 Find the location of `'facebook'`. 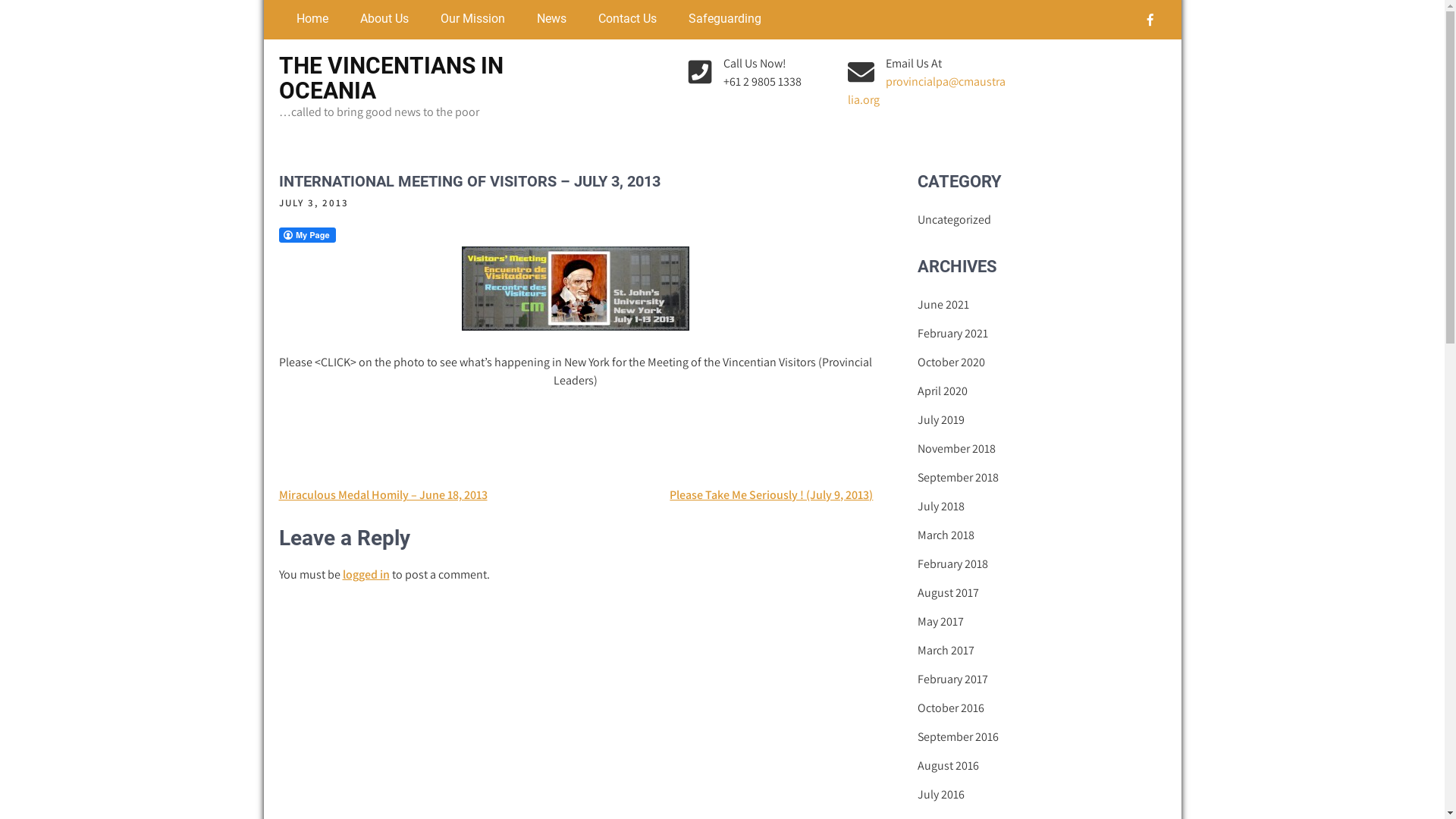

'facebook' is located at coordinates (1137, 20).